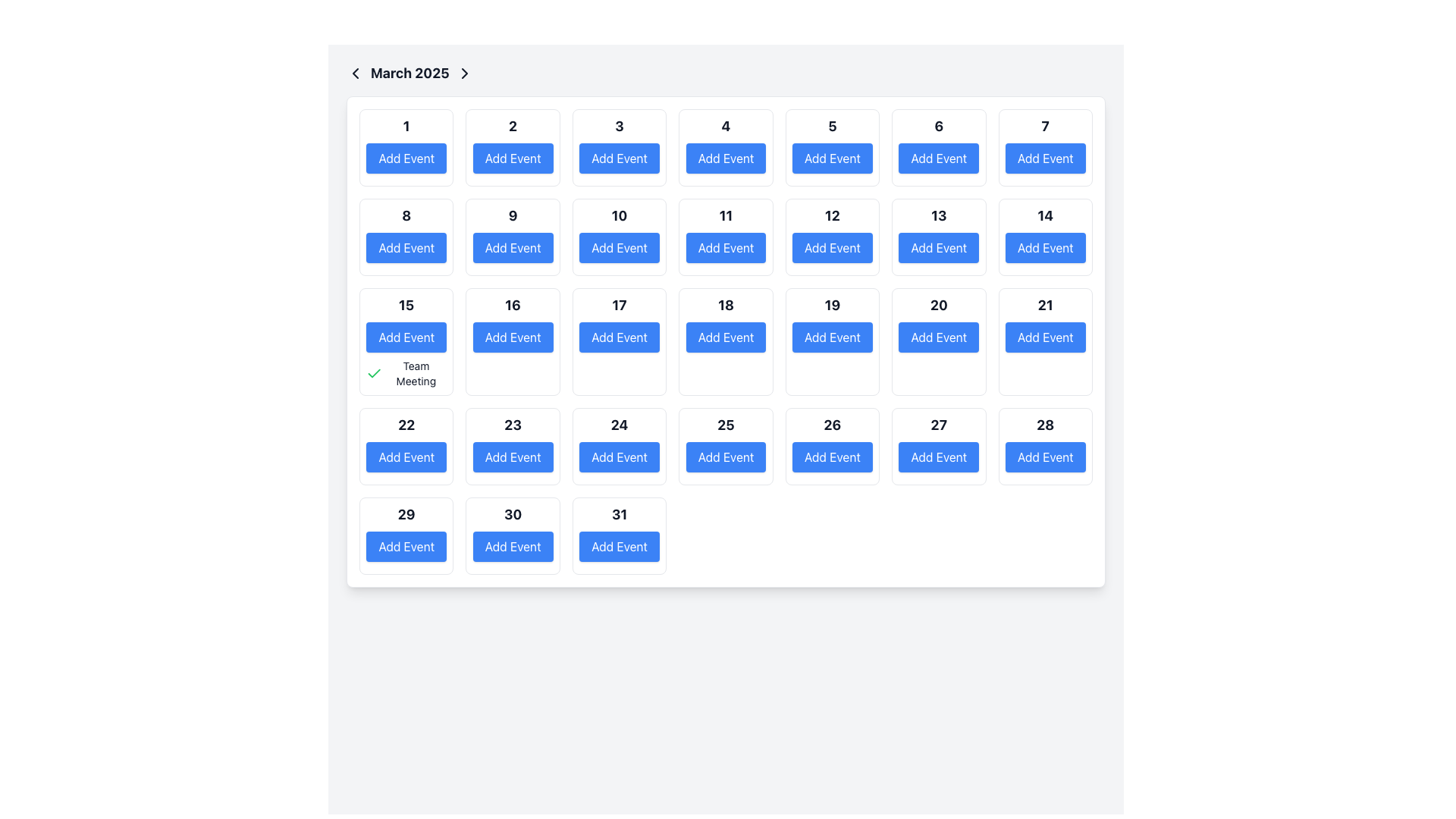  Describe the element at coordinates (416, 374) in the screenshot. I see `the 'Team Meeting' static text label` at that location.